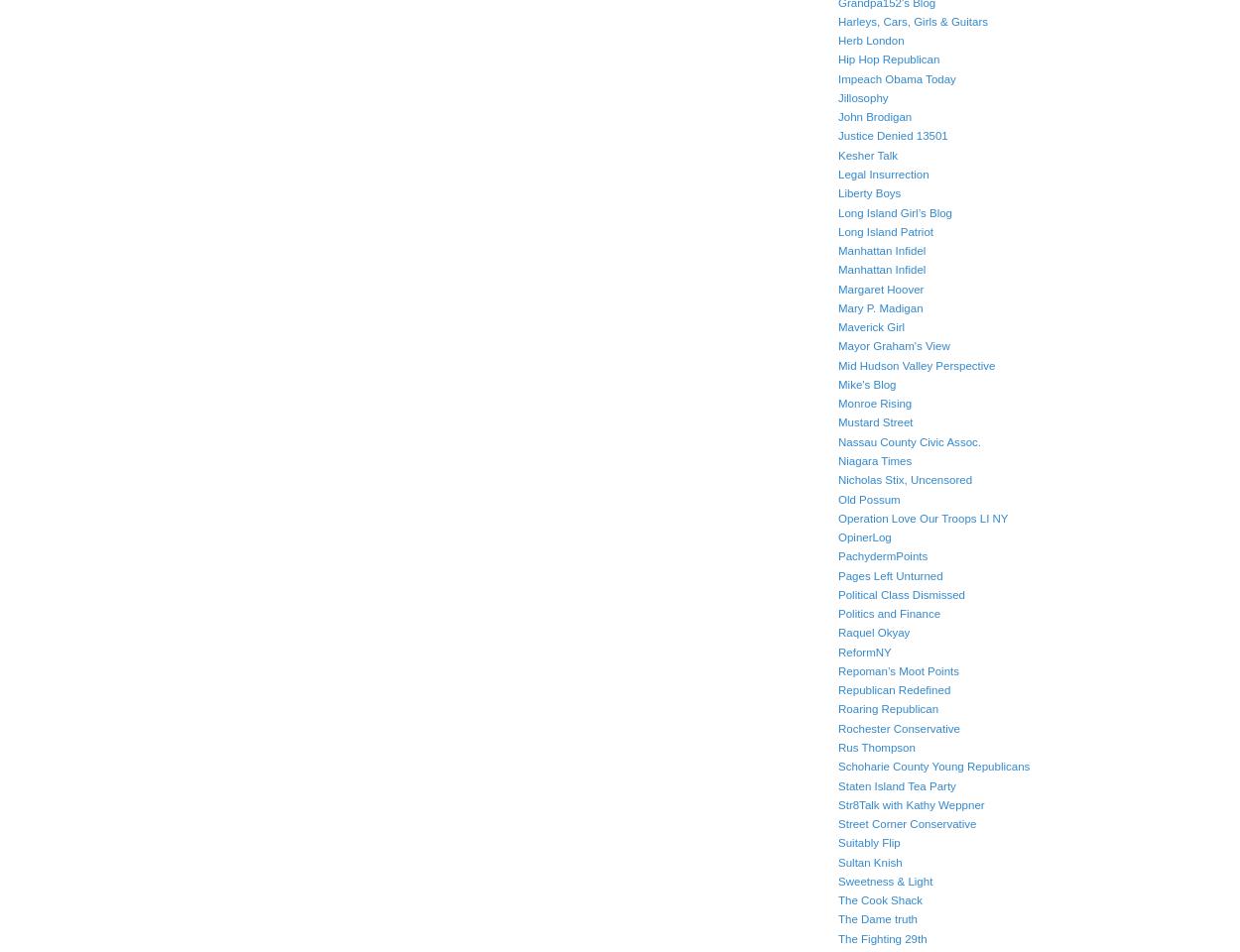 This screenshot has width=1240, height=952. I want to click on 'Repoman’s Moot Points', so click(899, 670).